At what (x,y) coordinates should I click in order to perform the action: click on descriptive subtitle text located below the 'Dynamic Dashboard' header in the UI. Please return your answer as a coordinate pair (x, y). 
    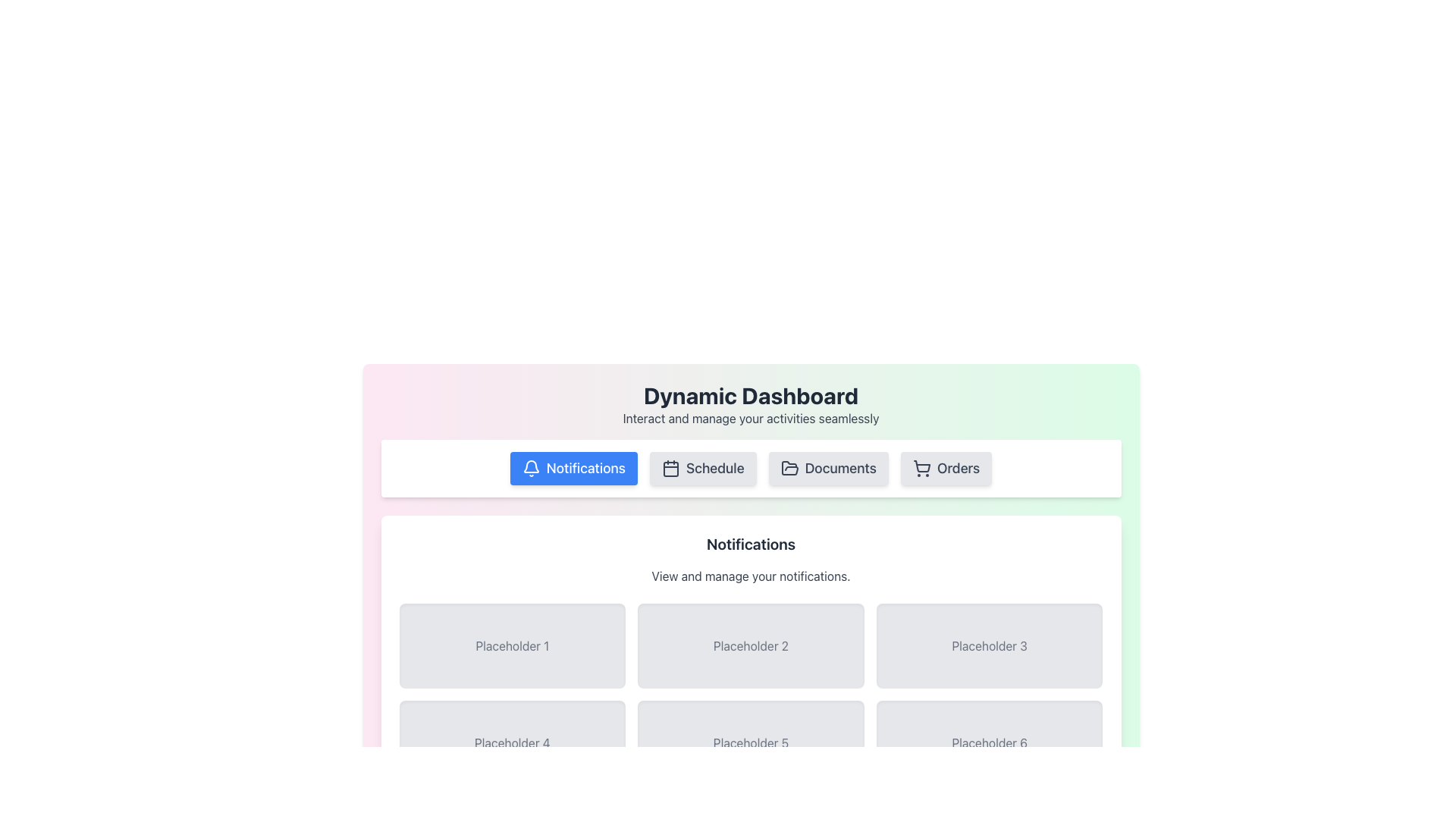
    Looking at the image, I should click on (751, 418).